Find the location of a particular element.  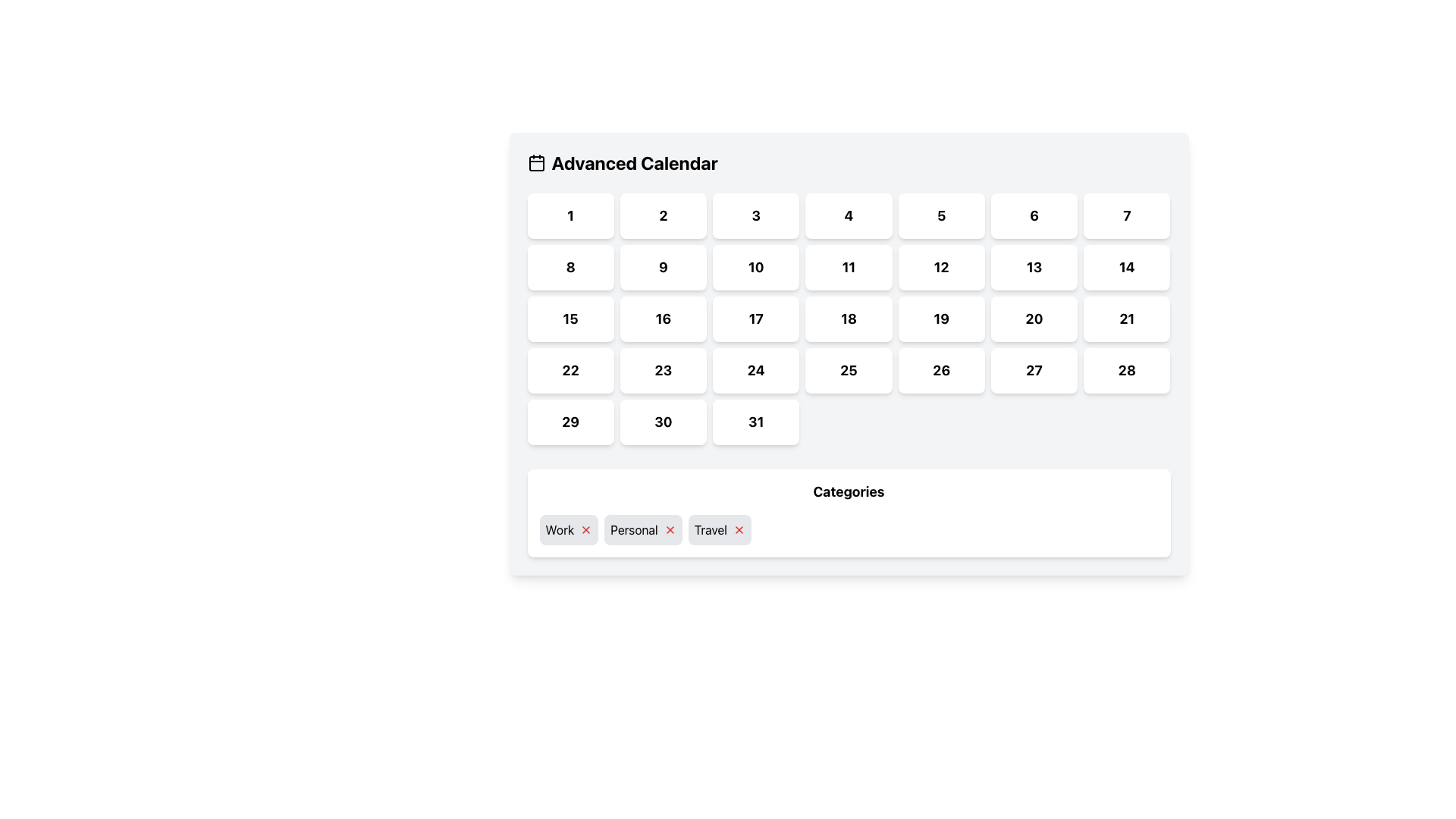

the button in the calendar interface is located at coordinates (1127, 318).